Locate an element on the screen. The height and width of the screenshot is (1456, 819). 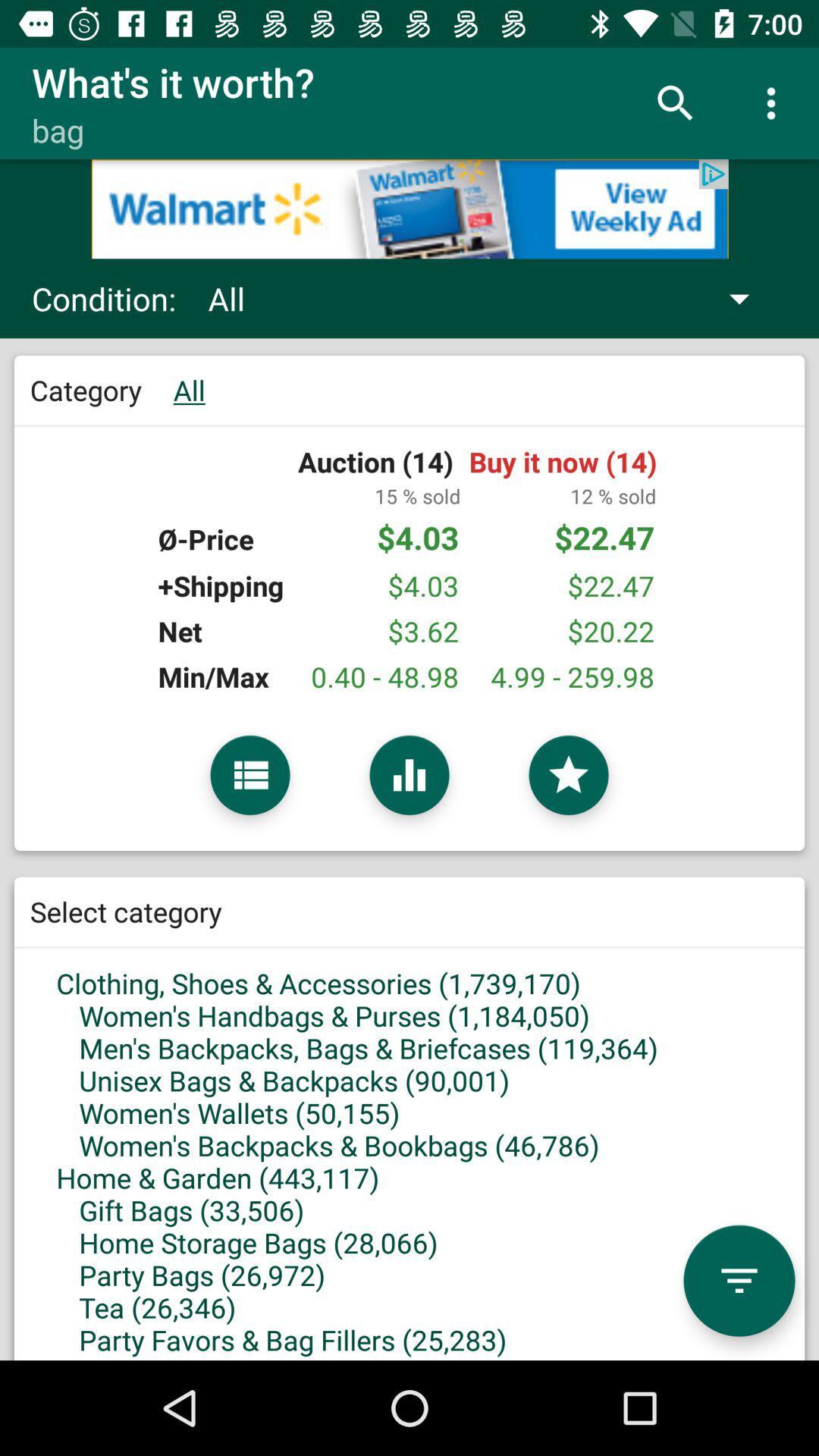
the button for to details information is located at coordinates (249, 775).